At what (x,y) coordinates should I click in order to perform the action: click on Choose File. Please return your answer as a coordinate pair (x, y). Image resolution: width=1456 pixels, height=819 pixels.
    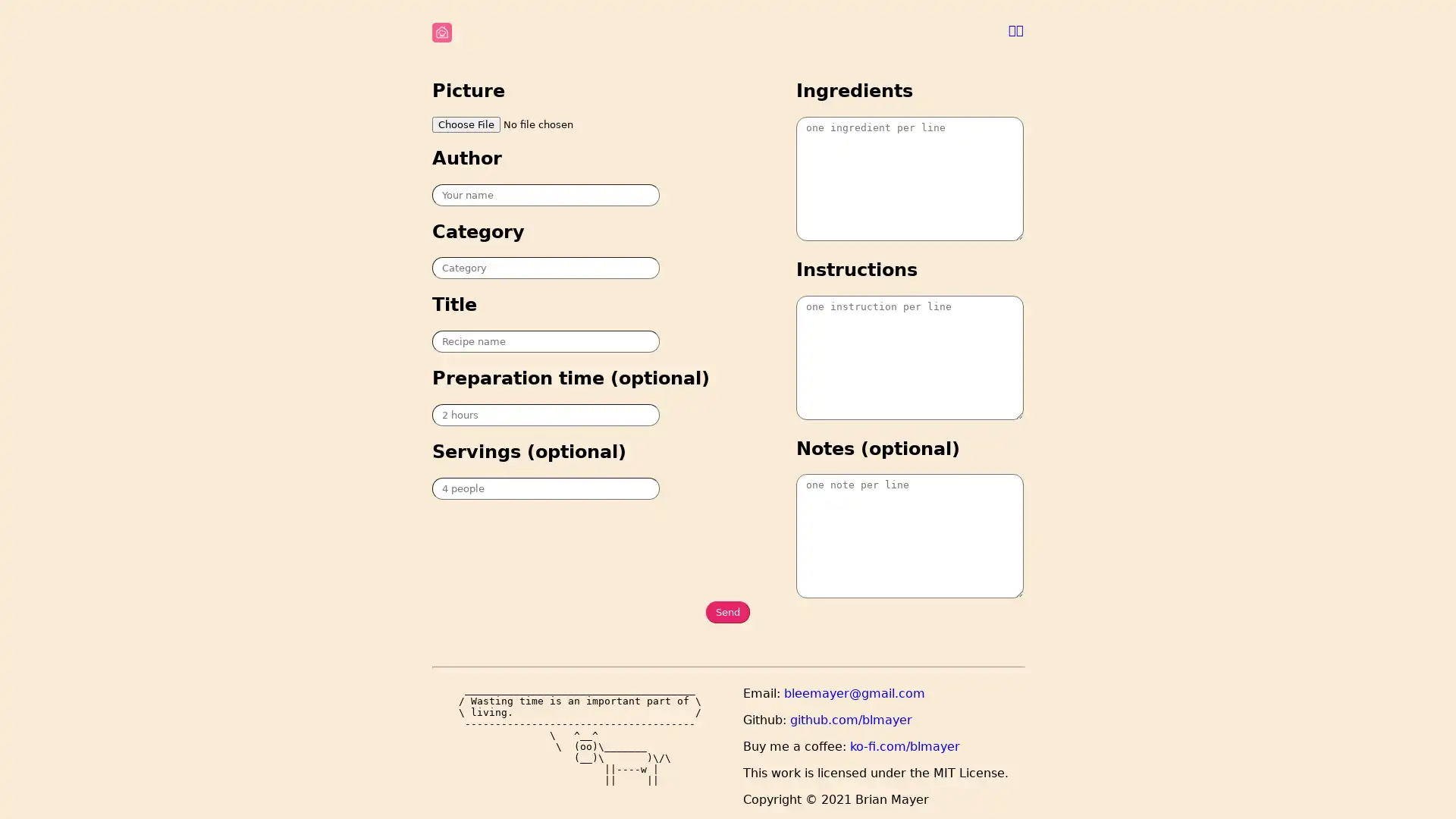
    Looking at the image, I should click on (465, 123).